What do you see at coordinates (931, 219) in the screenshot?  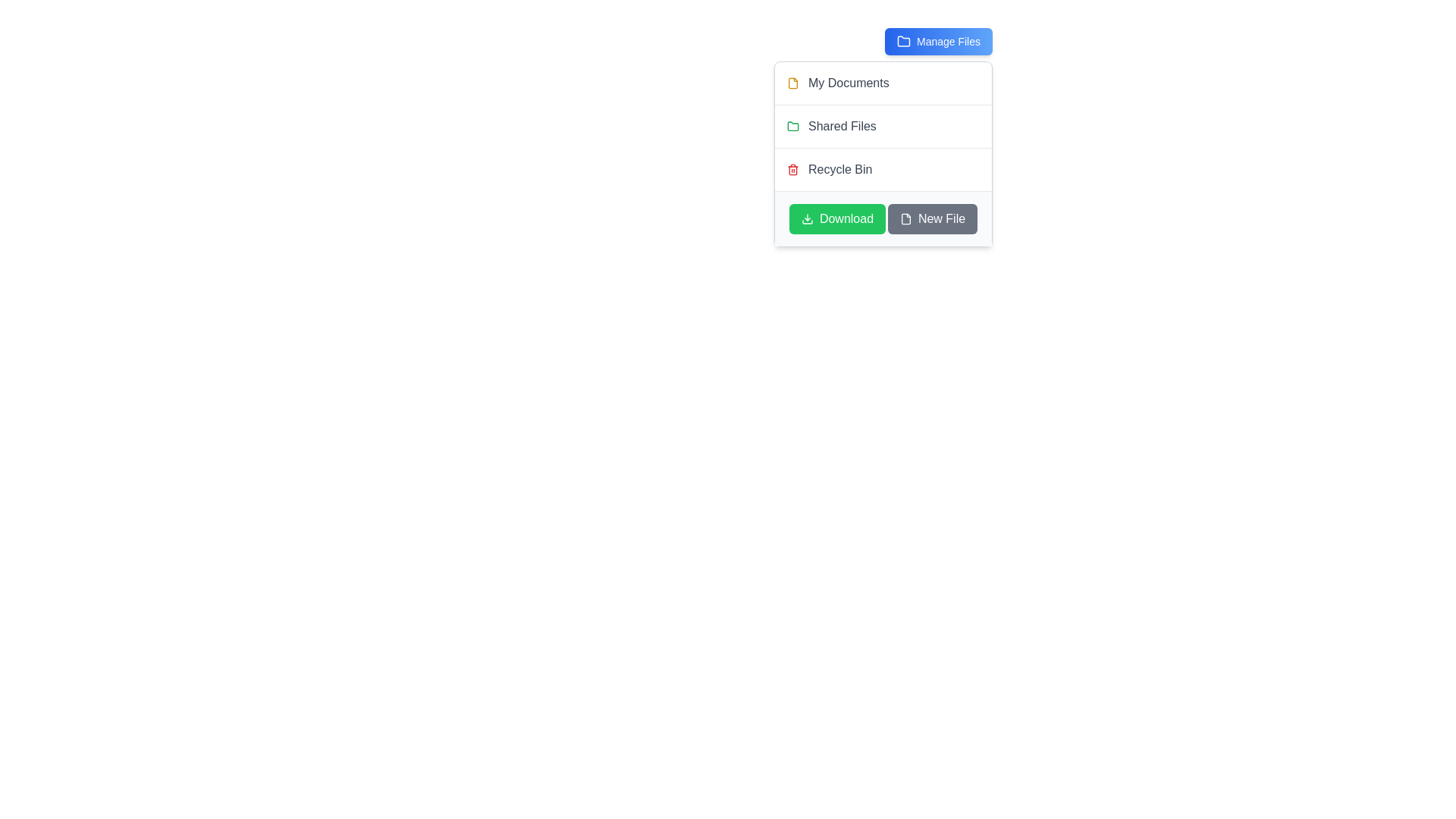 I see `the 'New File' button, which is a rectangular button with a dark gray background, rounded corners, and white text` at bounding box center [931, 219].